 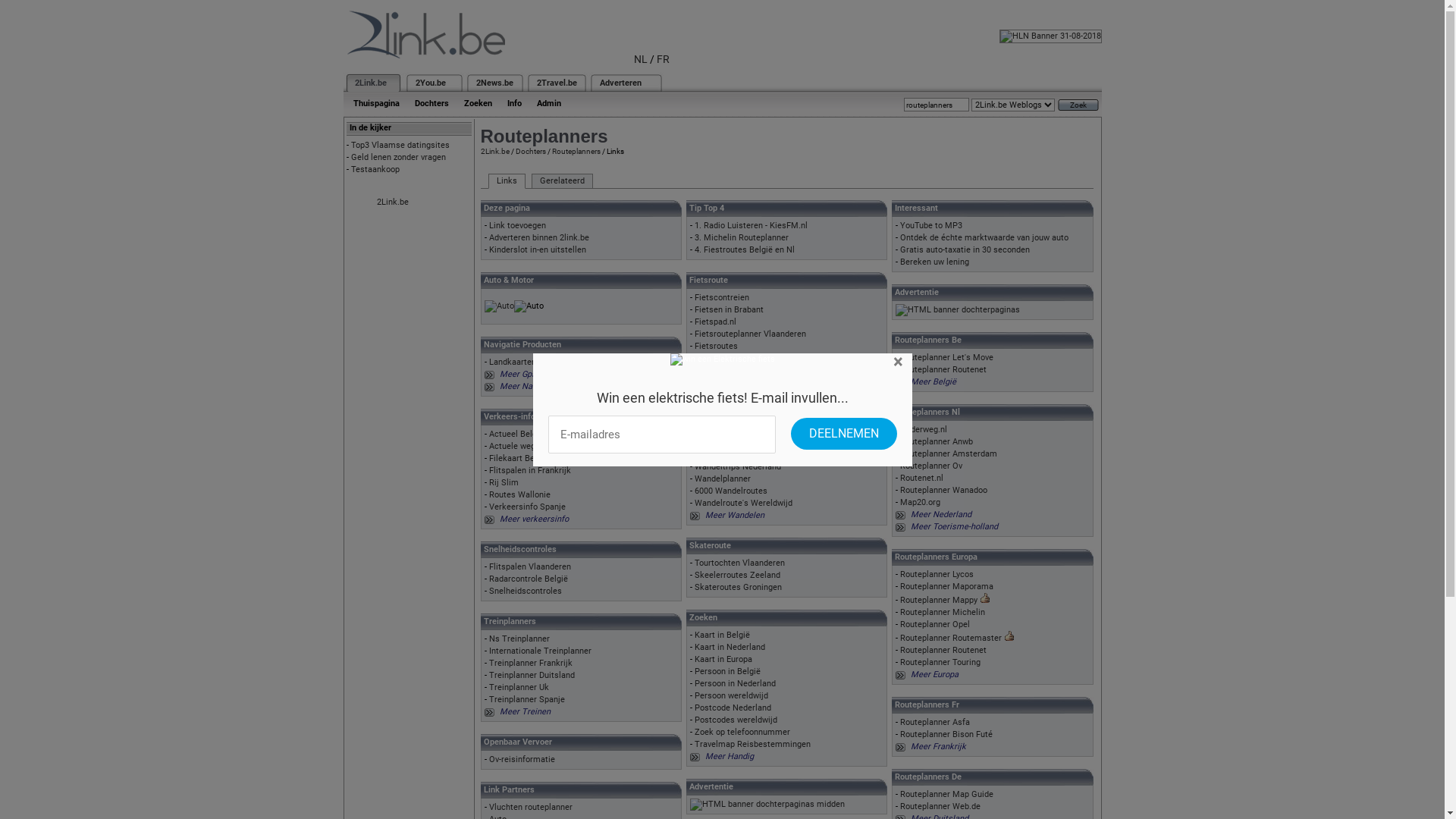 I want to click on 'Vluchten routeplanner', so click(x=530, y=806).